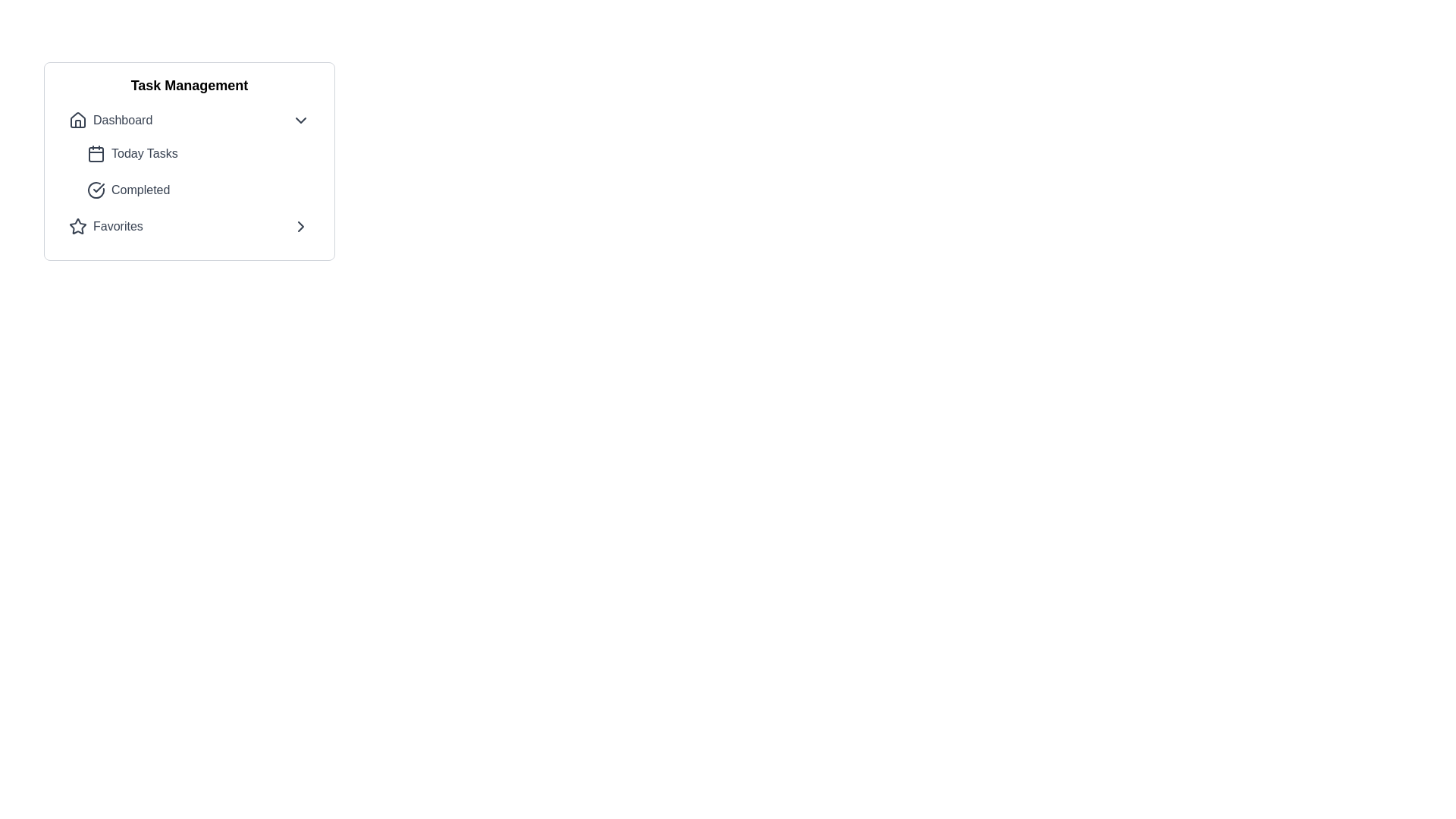  What do you see at coordinates (77, 226) in the screenshot?
I see `the star icon in the 'Task Management' navigation menu at the bottom-left to mark an item as favorite` at bounding box center [77, 226].